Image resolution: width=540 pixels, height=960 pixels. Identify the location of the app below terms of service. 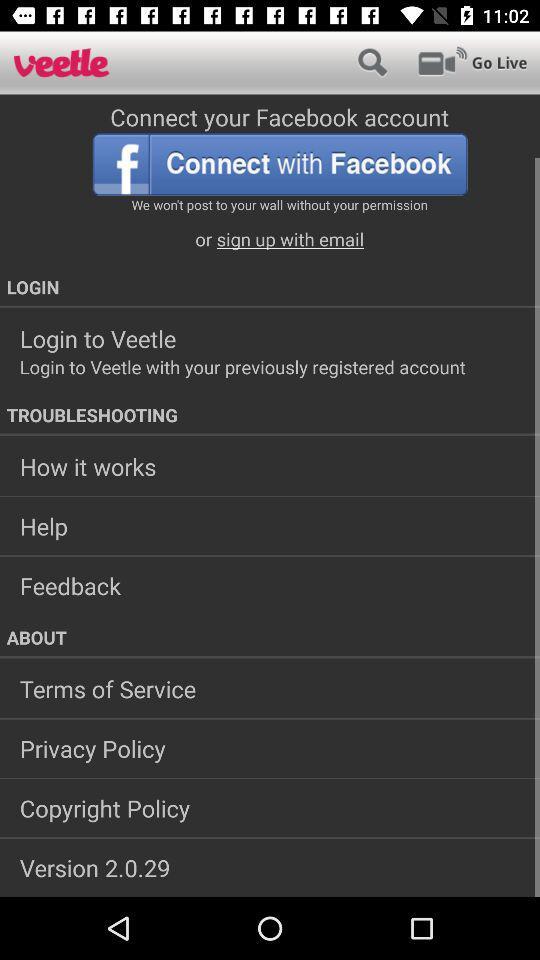
(270, 747).